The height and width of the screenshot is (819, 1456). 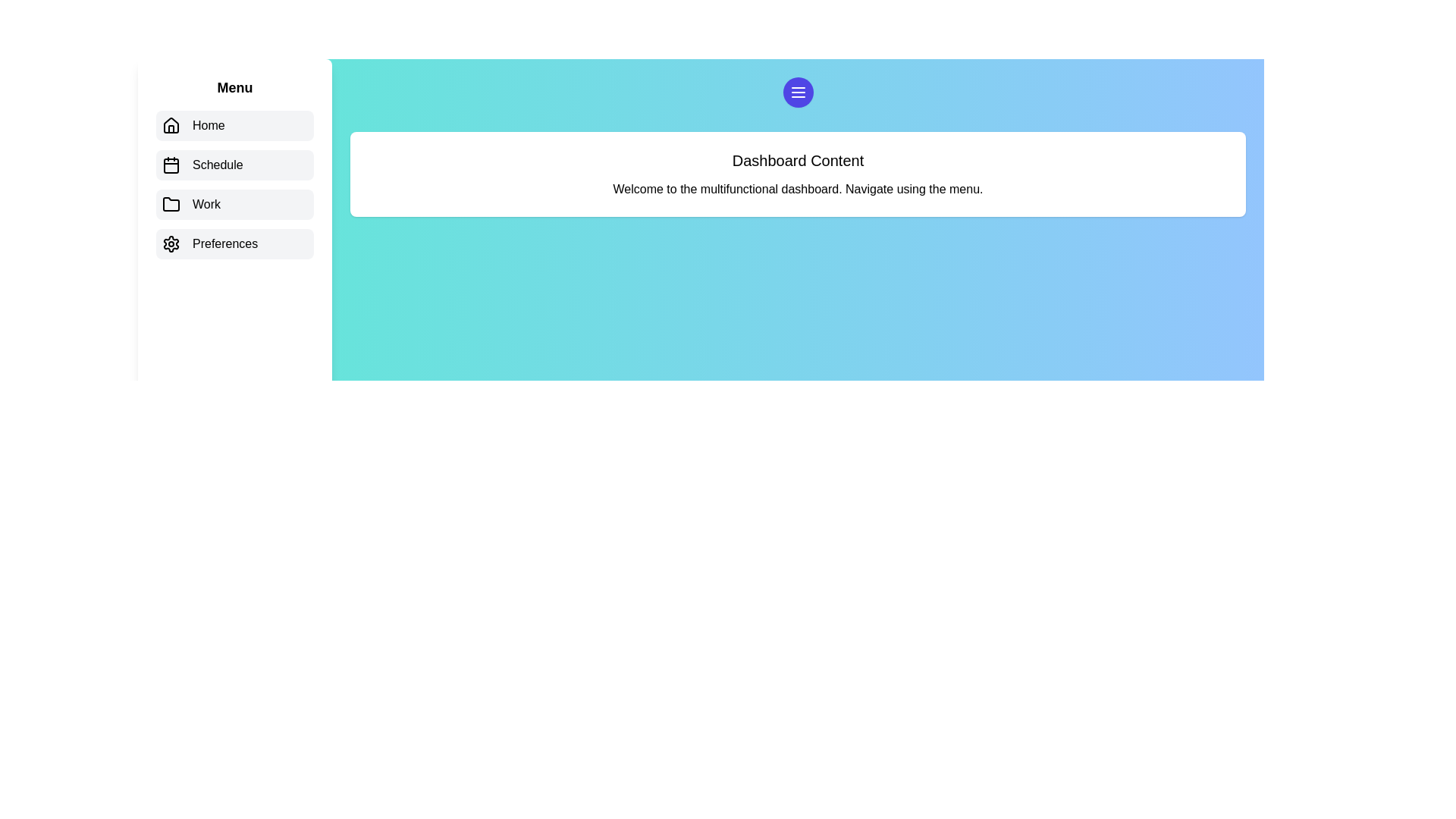 I want to click on the menu button to toggle the menu visibility, so click(x=797, y=93).